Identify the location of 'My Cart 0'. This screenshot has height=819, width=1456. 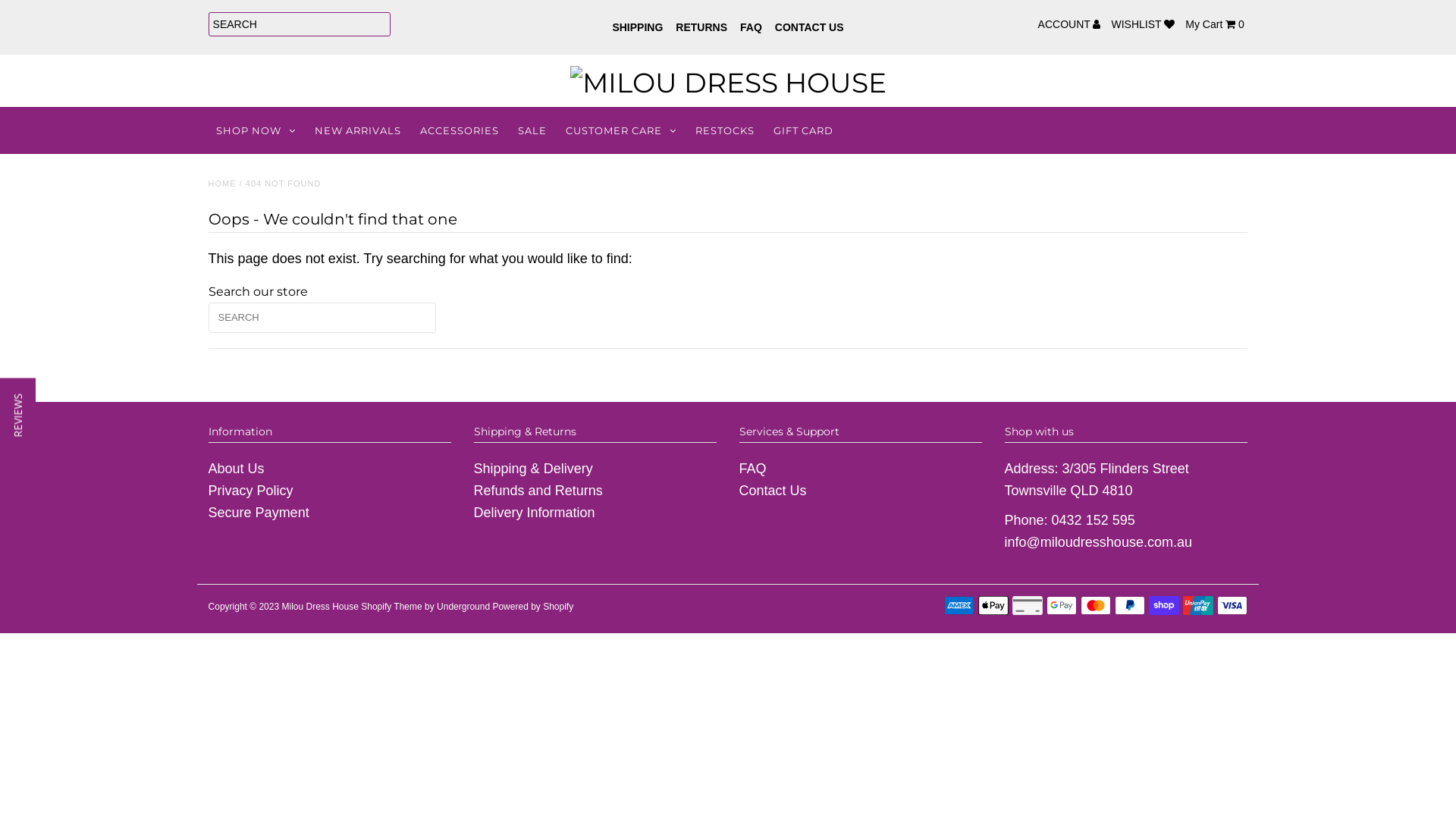
(1210, 24).